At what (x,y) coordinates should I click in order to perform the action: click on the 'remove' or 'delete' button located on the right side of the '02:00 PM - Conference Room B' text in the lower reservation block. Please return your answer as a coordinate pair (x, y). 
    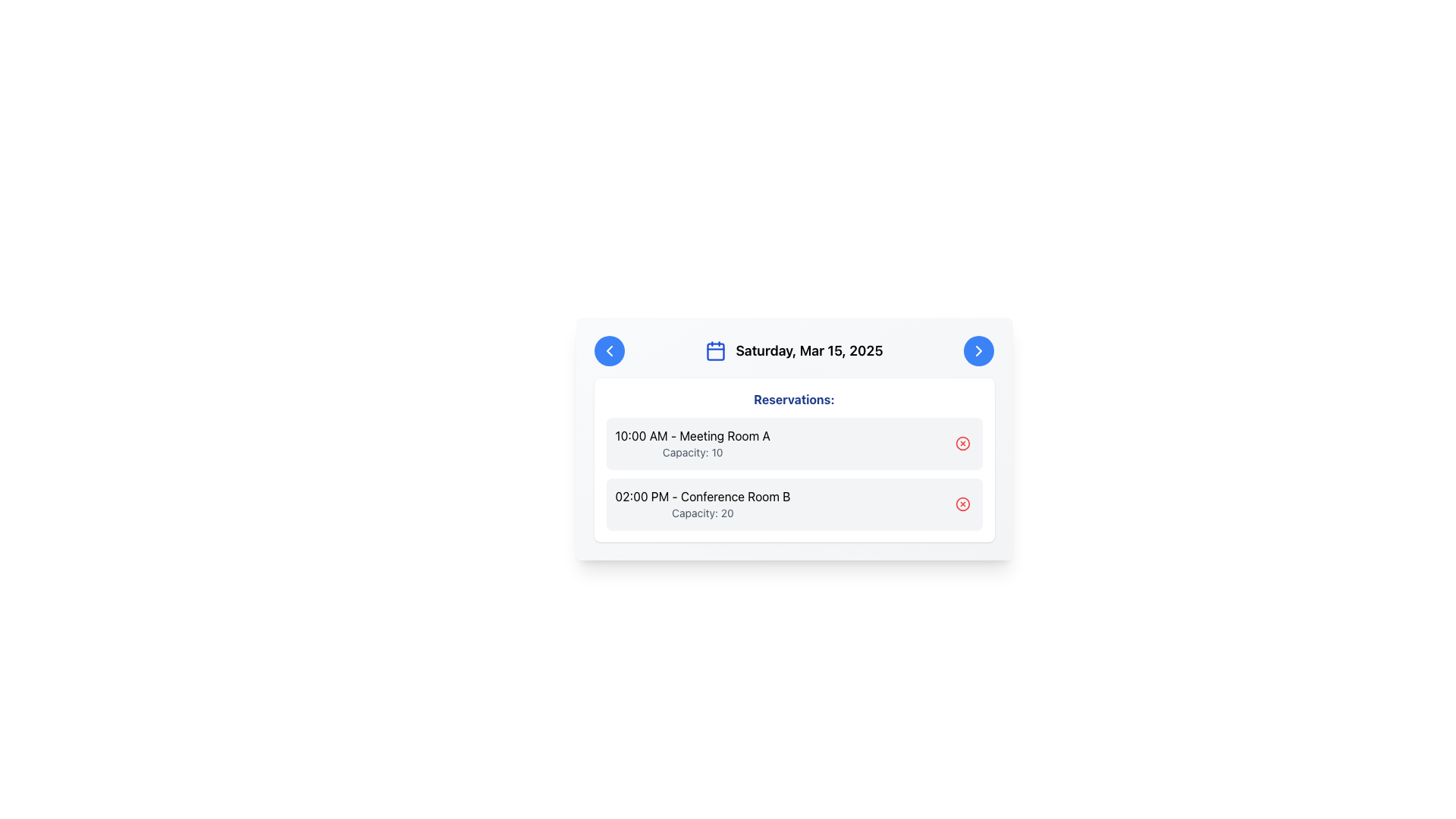
    Looking at the image, I should click on (962, 504).